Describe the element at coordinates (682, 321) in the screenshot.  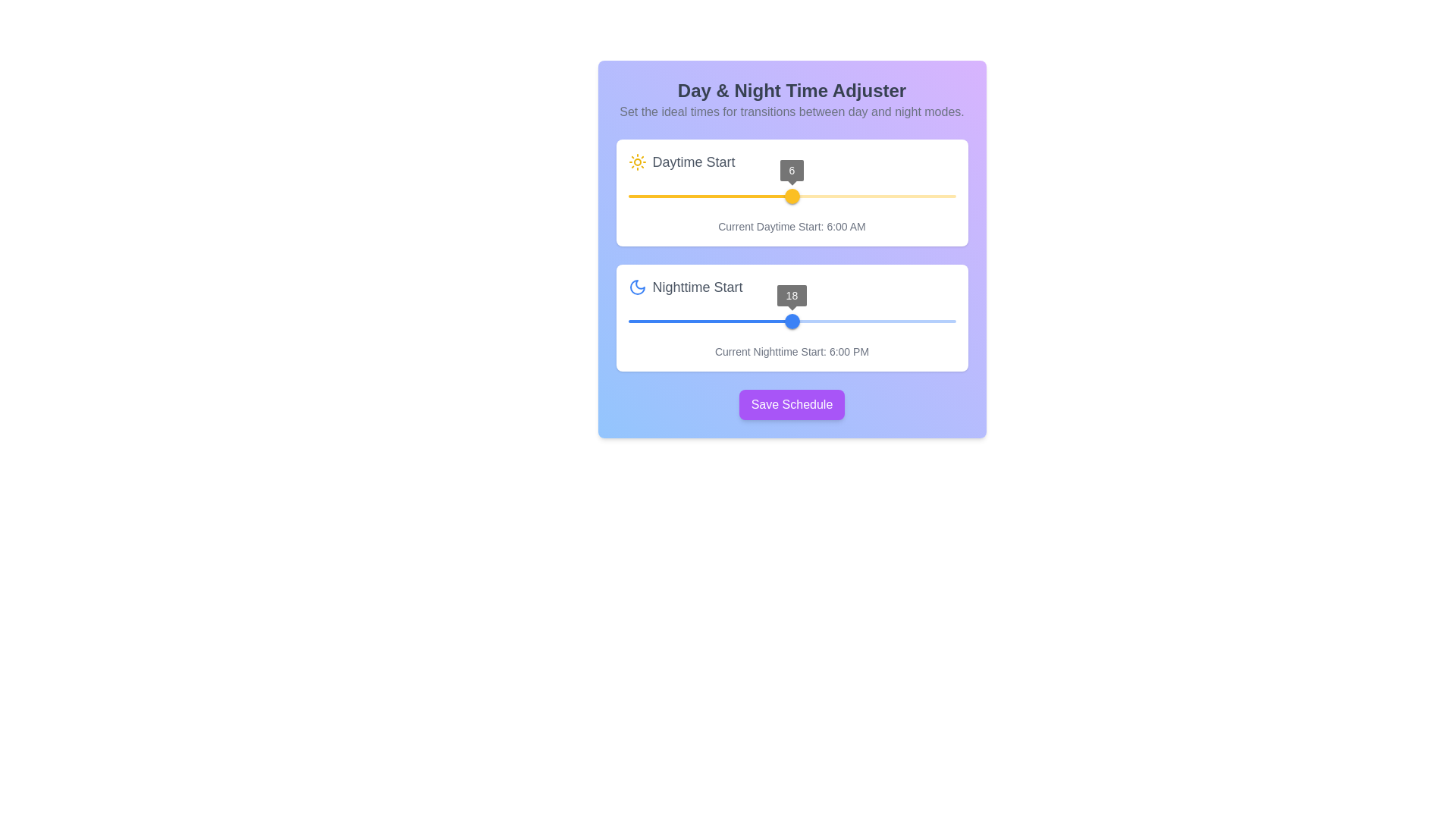
I see `the nighttime slider` at that location.